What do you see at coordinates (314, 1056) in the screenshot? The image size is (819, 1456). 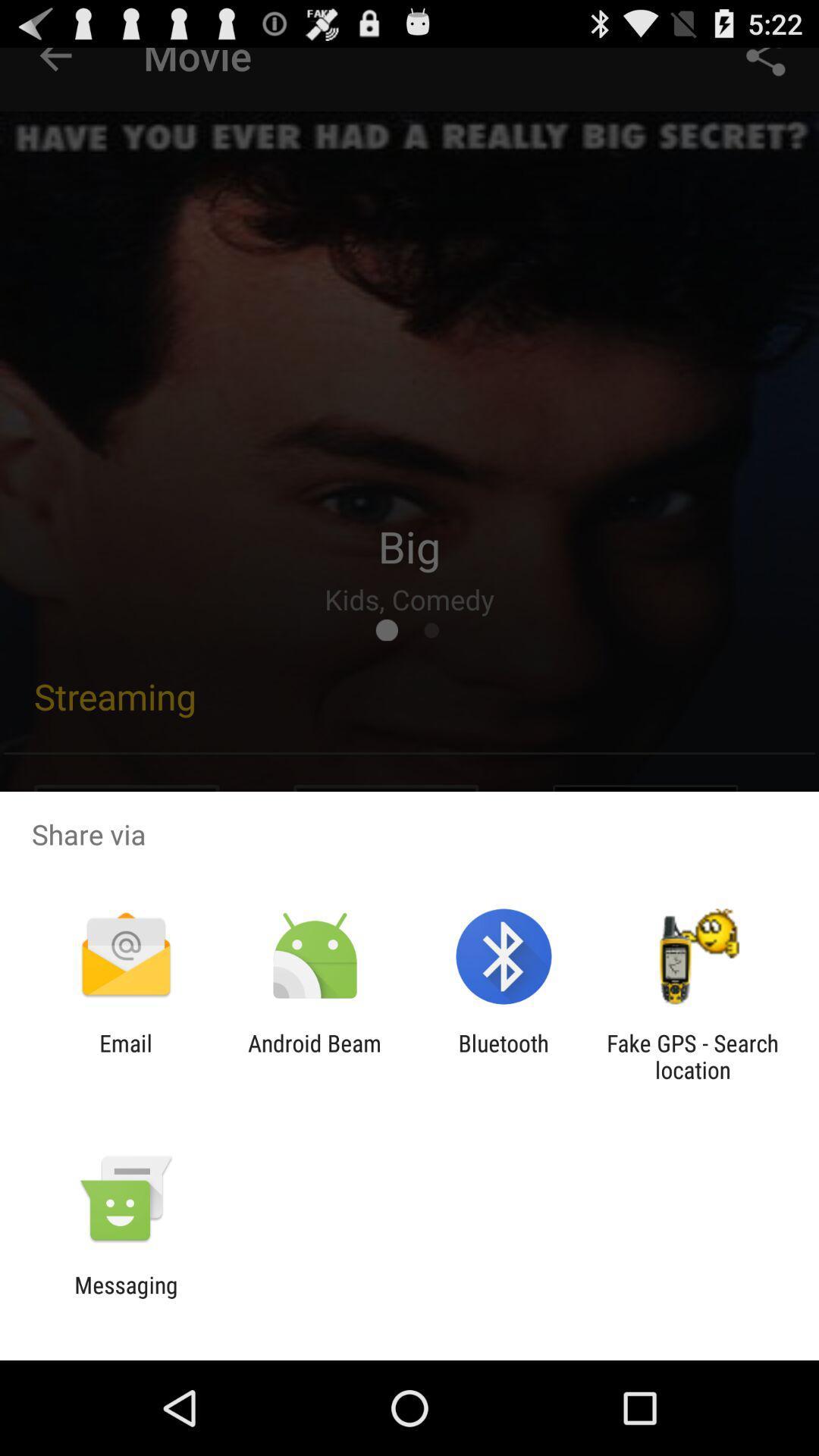 I see `the app to the right of the email icon` at bounding box center [314, 1056].